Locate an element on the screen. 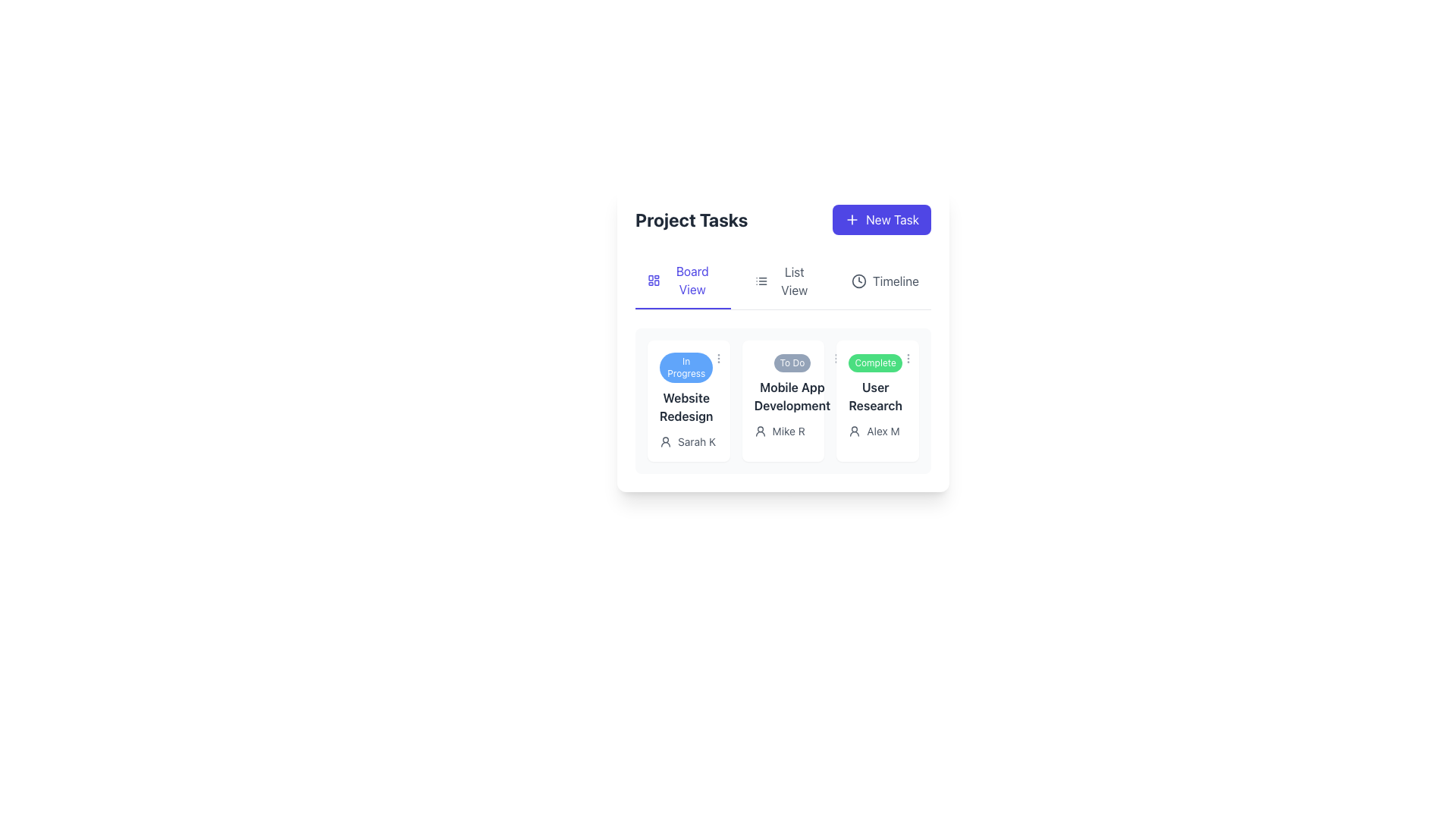  the task card labeled 'User Research' with a status indicator 'Complete' located in the 'Project Tasks' section under 'Board View', specifically the third card in the horizontal sequence is located at coordinates (875, 382).